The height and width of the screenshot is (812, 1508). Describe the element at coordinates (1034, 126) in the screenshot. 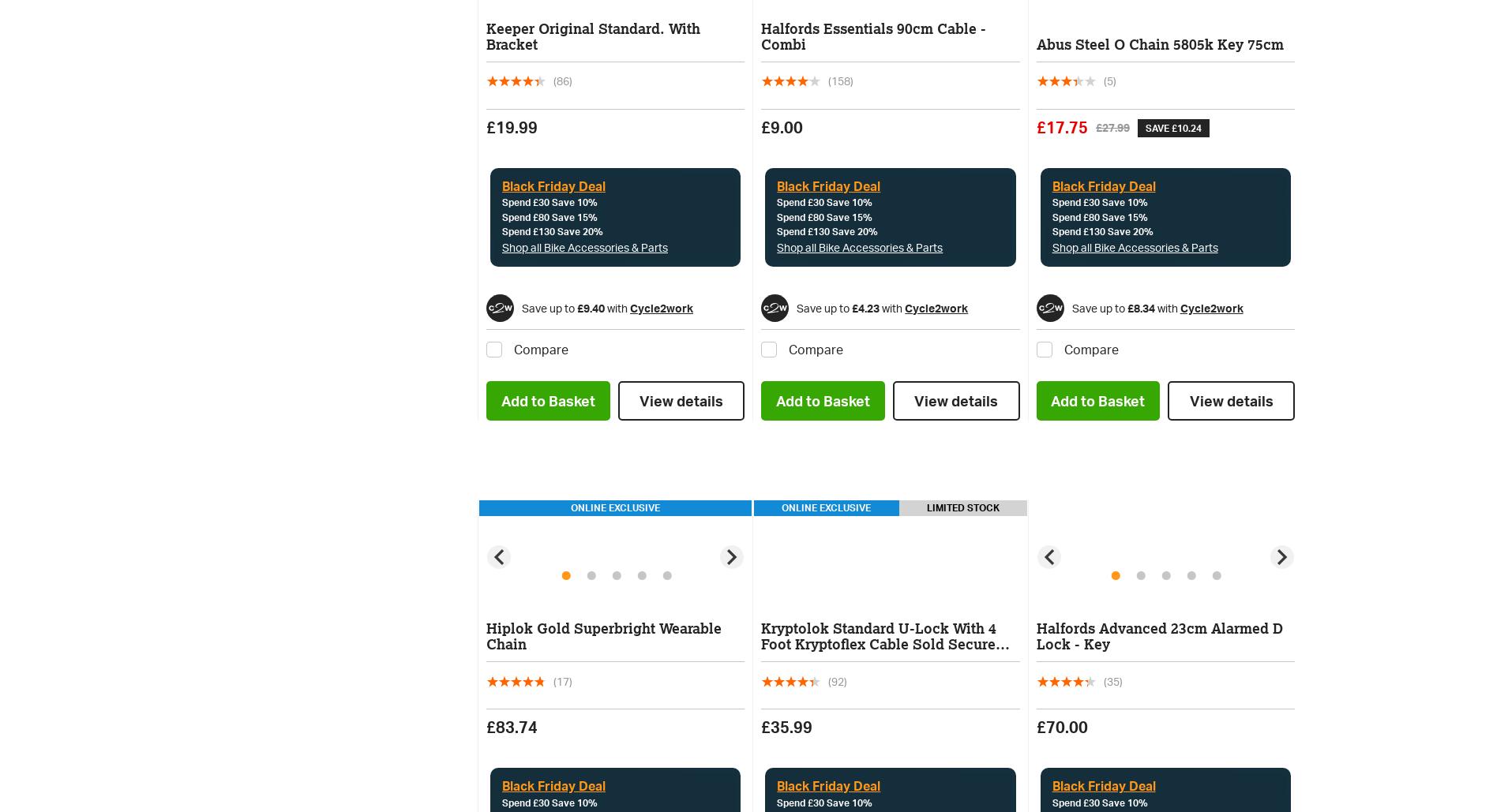

I see `'£17.75'` at that location.